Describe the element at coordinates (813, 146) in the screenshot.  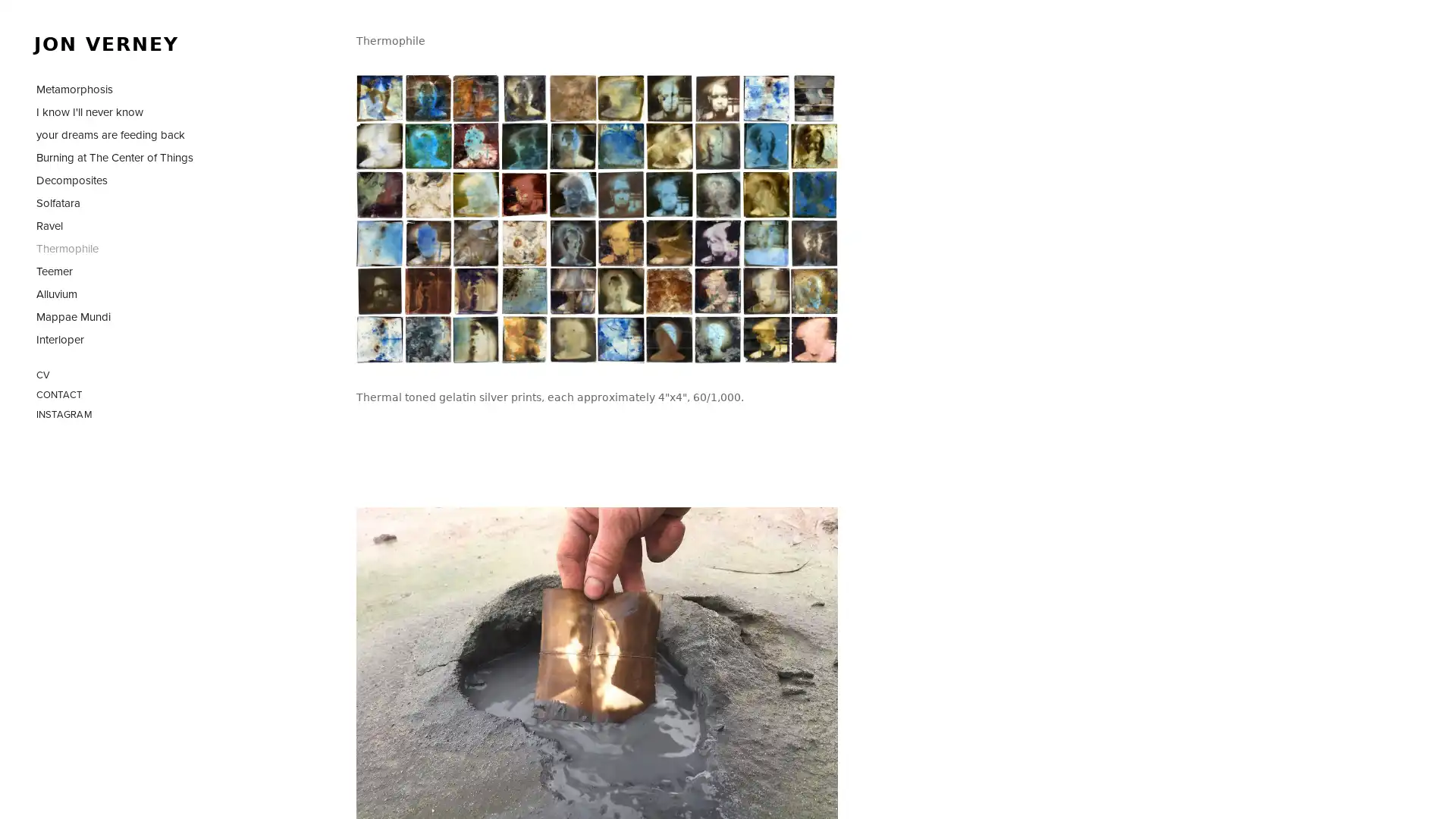
I see `View fullsize jon_verney_thermophile_3.jpg` at that location.